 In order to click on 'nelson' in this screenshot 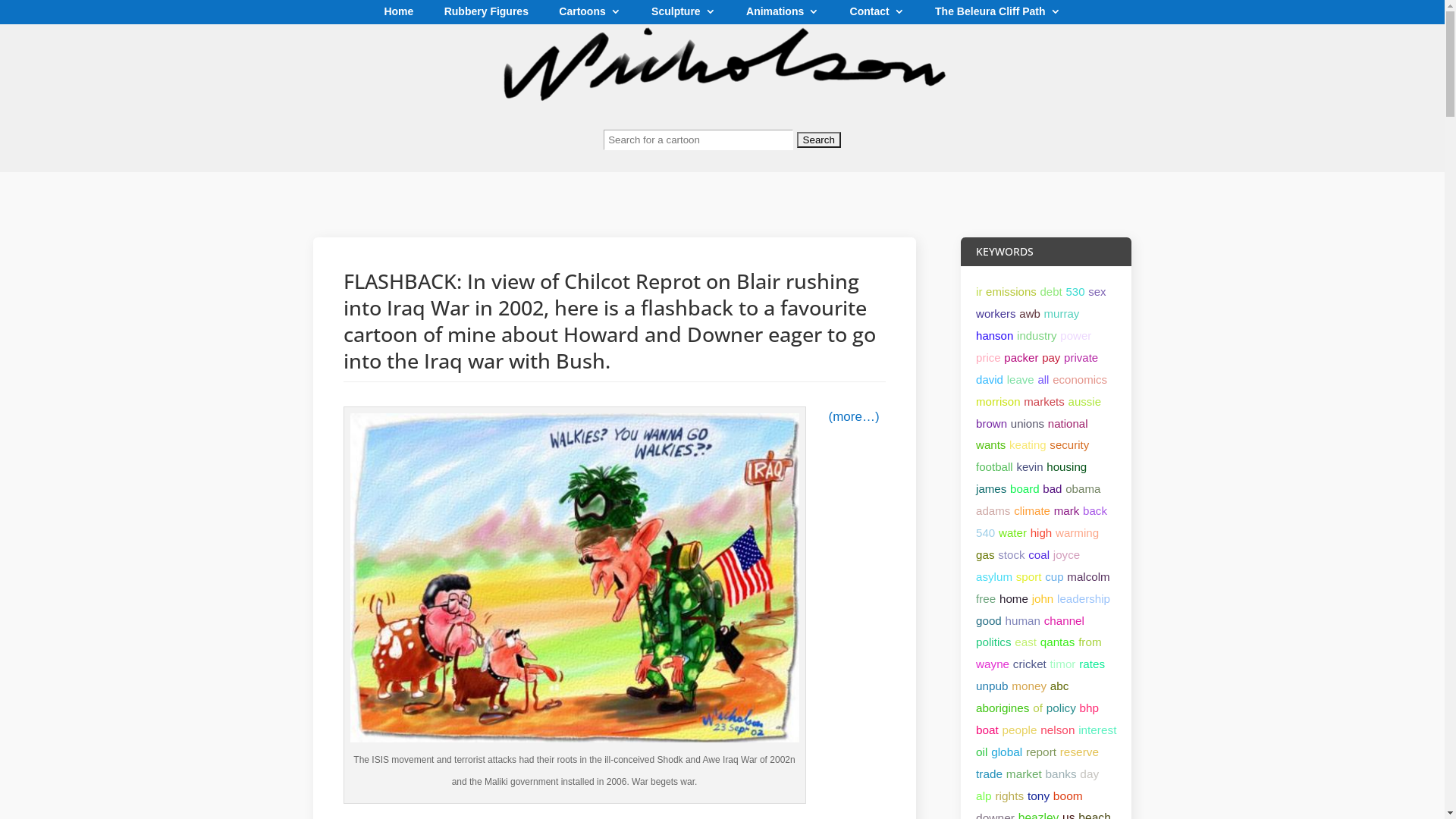, I will do `click(1040, 729)`.